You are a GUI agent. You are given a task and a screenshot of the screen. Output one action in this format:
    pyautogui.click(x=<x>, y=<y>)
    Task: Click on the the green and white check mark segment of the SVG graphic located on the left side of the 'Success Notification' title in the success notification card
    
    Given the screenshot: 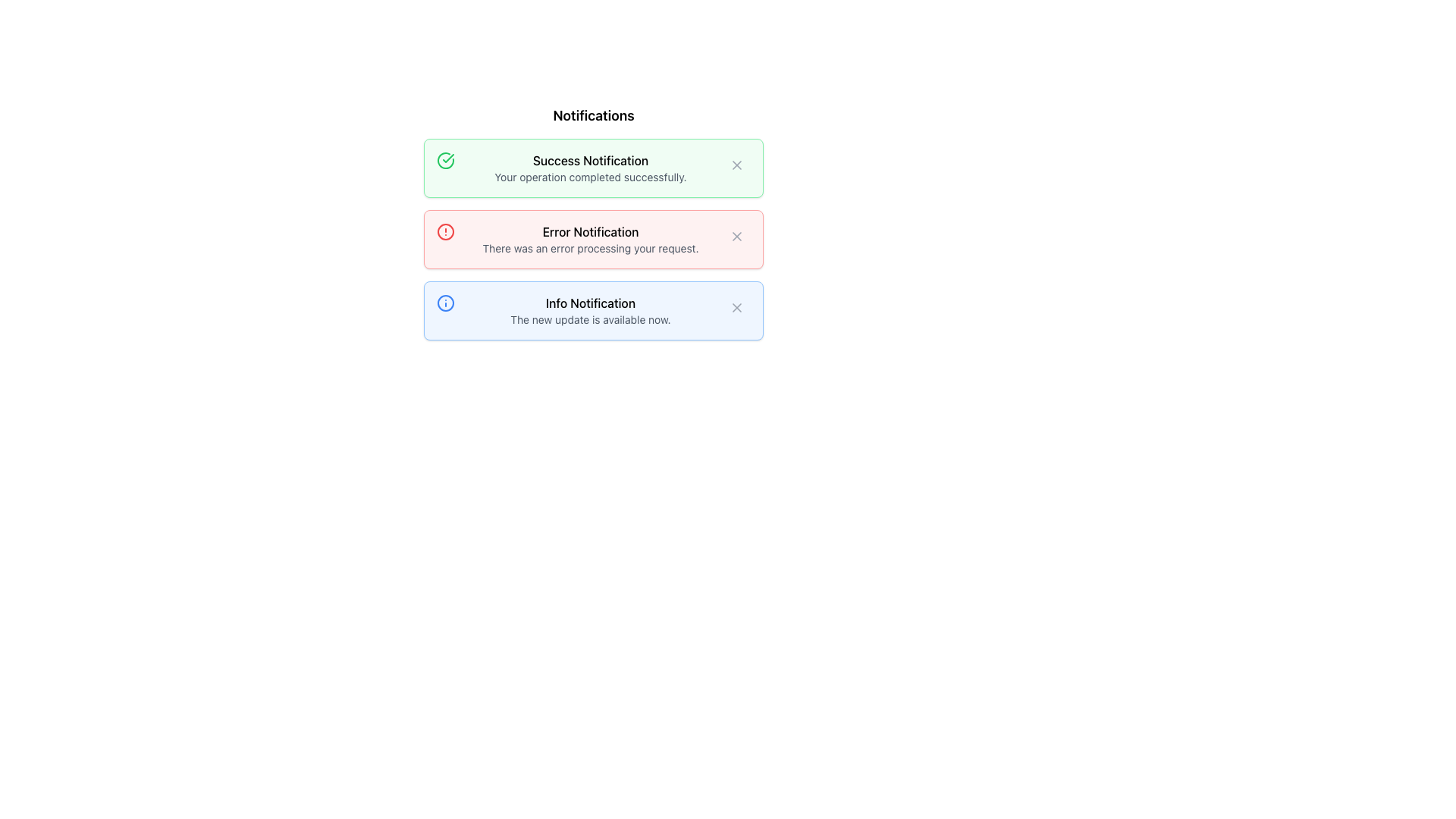 What is the action you would take?
    pyautogui.click(x=447, y=158)
    